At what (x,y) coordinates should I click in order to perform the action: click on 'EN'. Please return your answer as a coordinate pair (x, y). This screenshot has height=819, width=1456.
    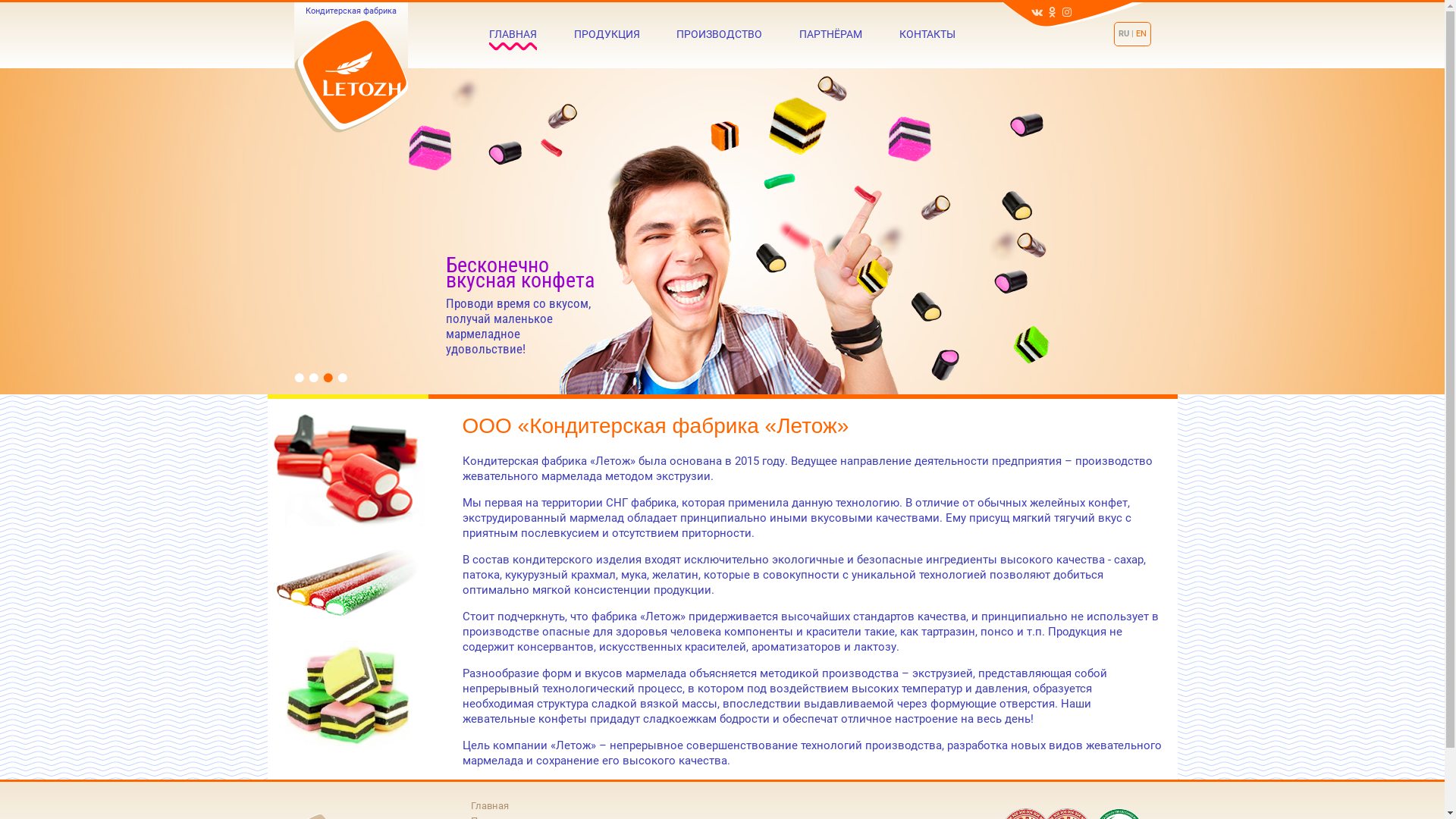
    Looking at the image, I should click on (1141, 33).